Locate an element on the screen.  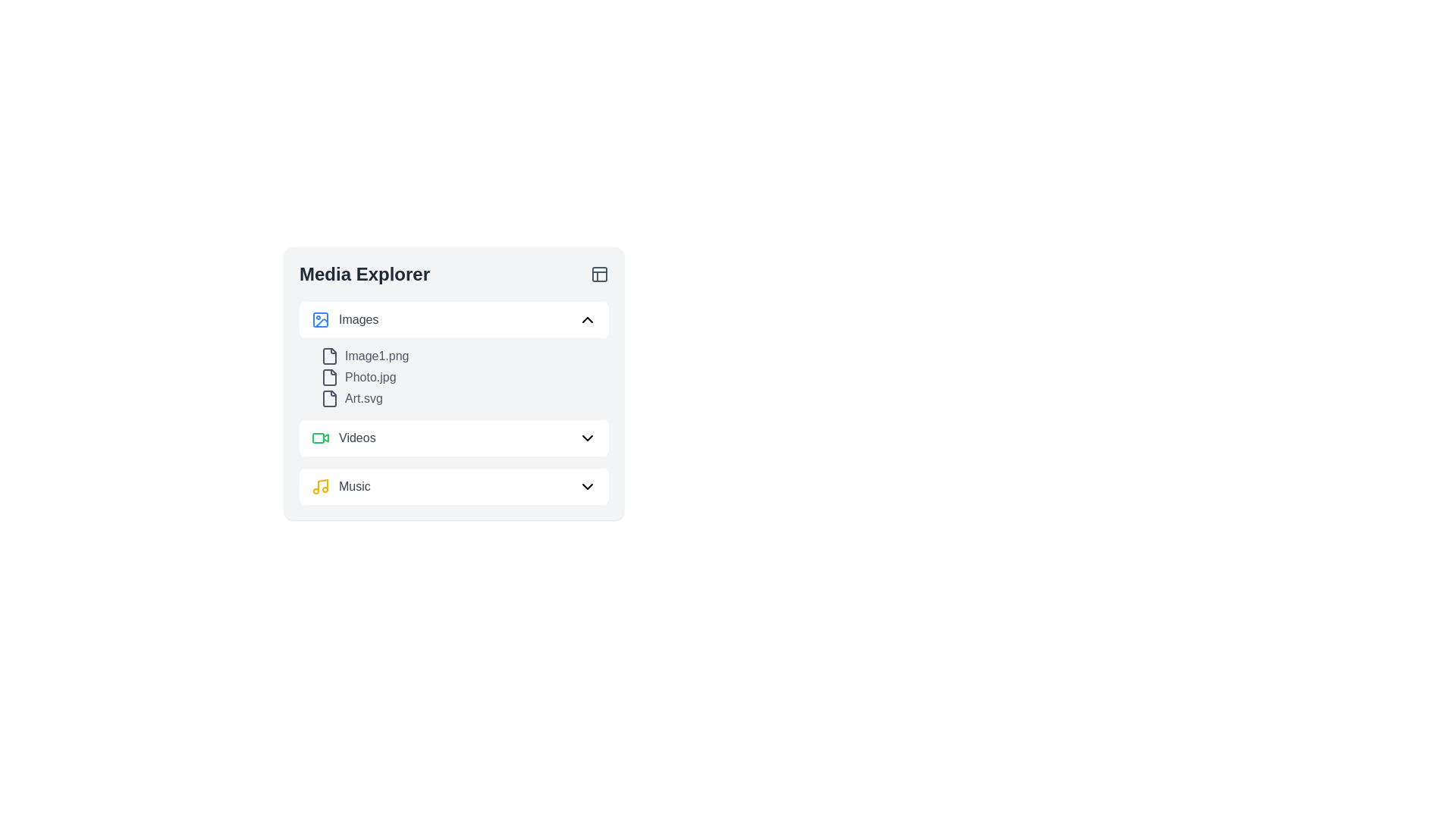
the 'Music' text label with gray font color in the Videos section of the Media Explorer UI is located at coordinates (353, 486).